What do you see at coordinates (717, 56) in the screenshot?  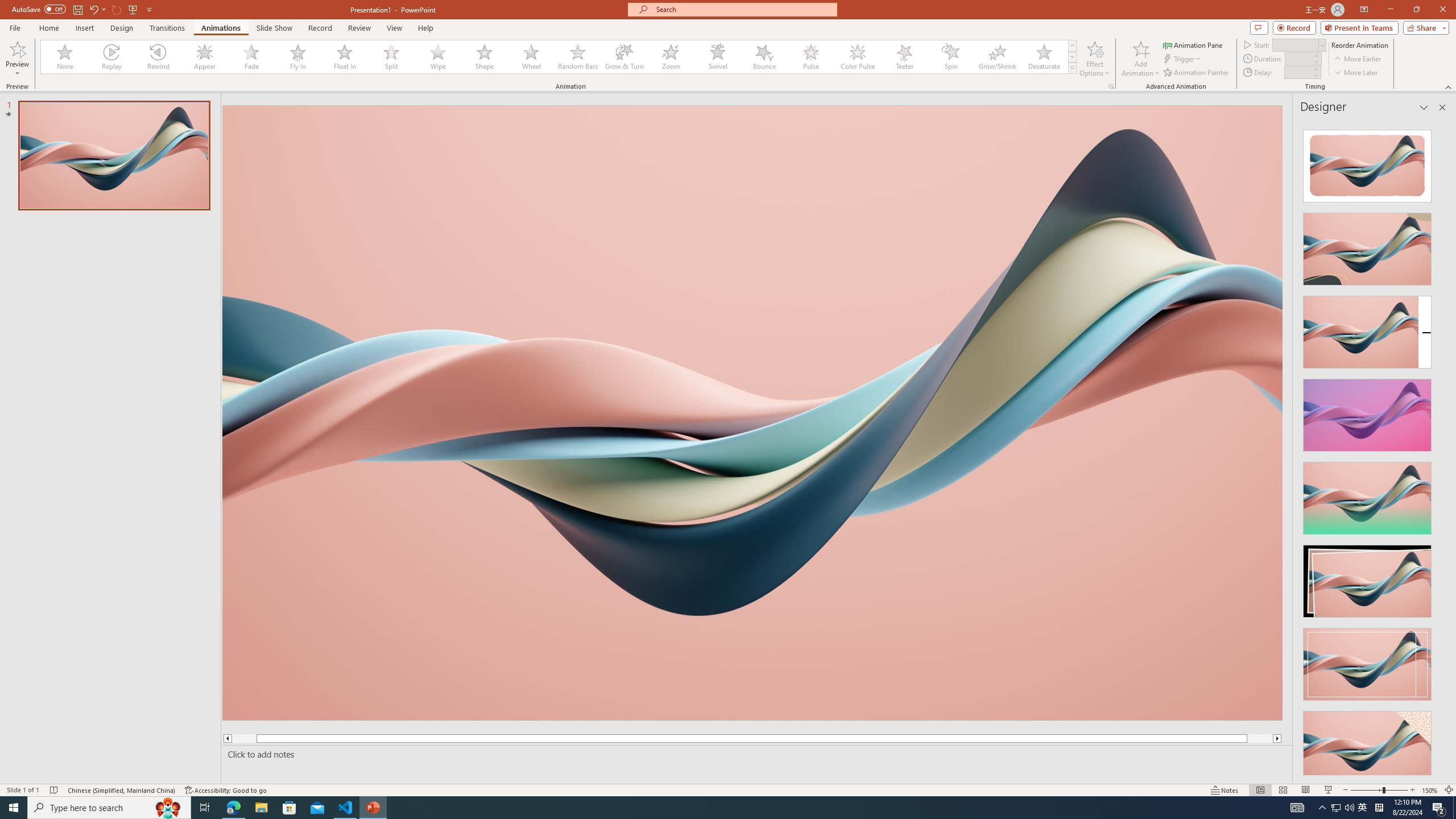 I see `'Swivel'` at bounding box center [717, 56].